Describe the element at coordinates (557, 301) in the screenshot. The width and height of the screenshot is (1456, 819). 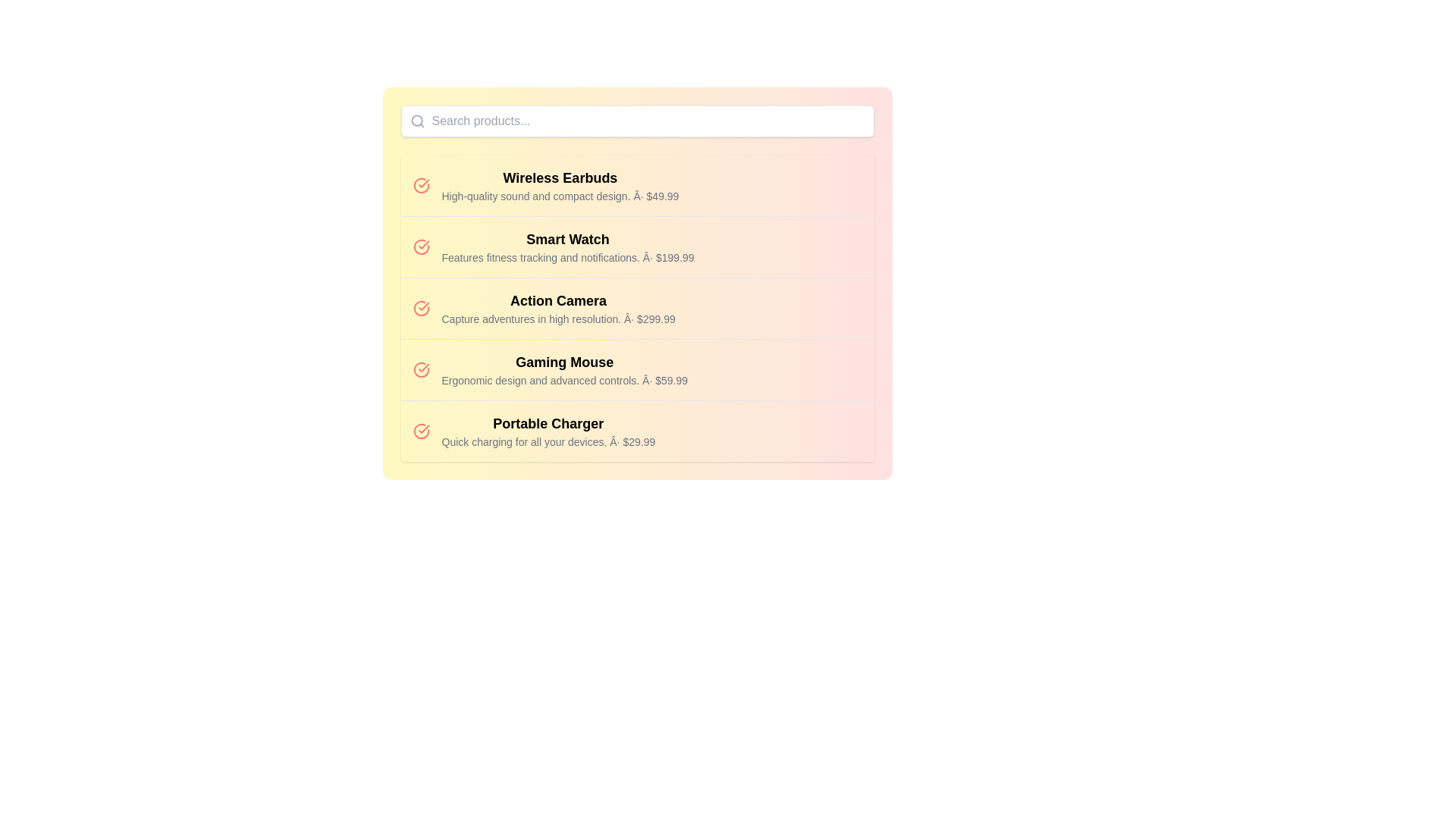
I see `the 'Action Camera' title text label, which serves as a display label for the product entry and is positioned centrally above the product's description and price` at that location.